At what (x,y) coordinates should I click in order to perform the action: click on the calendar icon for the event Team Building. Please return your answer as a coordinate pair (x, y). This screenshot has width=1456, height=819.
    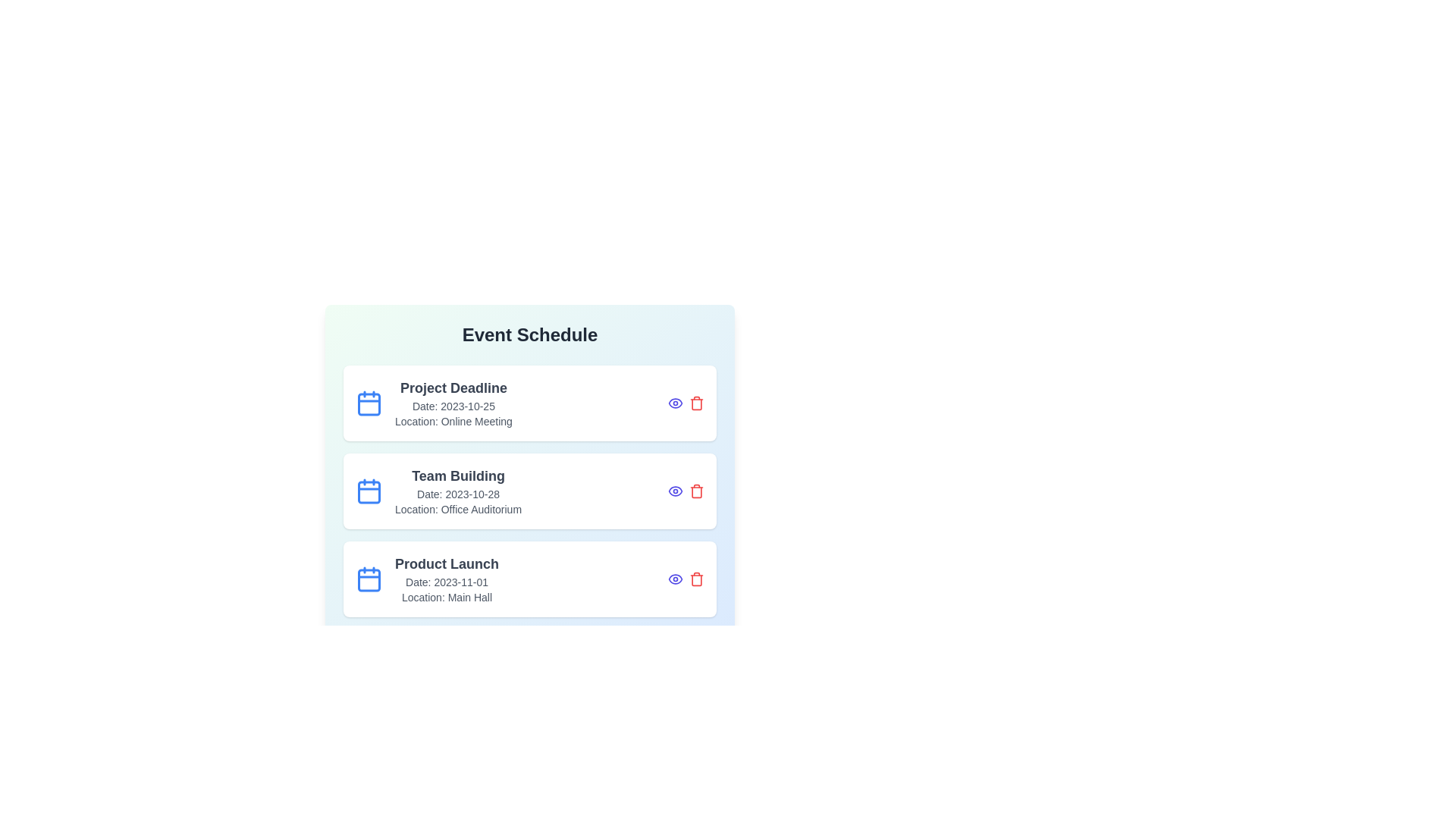
    Looking at the image, I should click on (369, 491).